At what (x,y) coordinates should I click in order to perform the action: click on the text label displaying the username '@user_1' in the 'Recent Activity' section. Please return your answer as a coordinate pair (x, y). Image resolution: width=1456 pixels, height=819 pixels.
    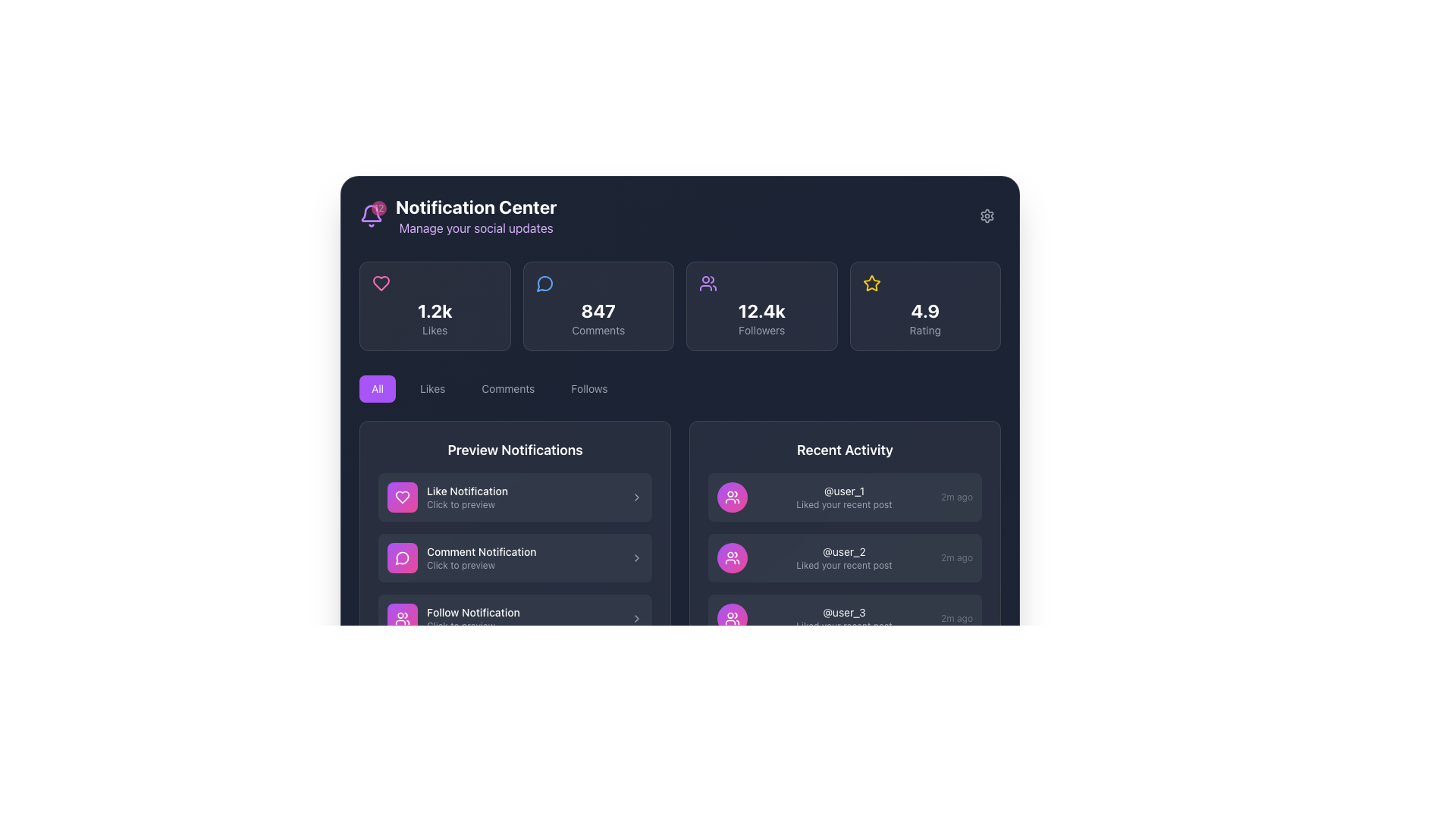
    Looking at the image, I should click on (843, 491).